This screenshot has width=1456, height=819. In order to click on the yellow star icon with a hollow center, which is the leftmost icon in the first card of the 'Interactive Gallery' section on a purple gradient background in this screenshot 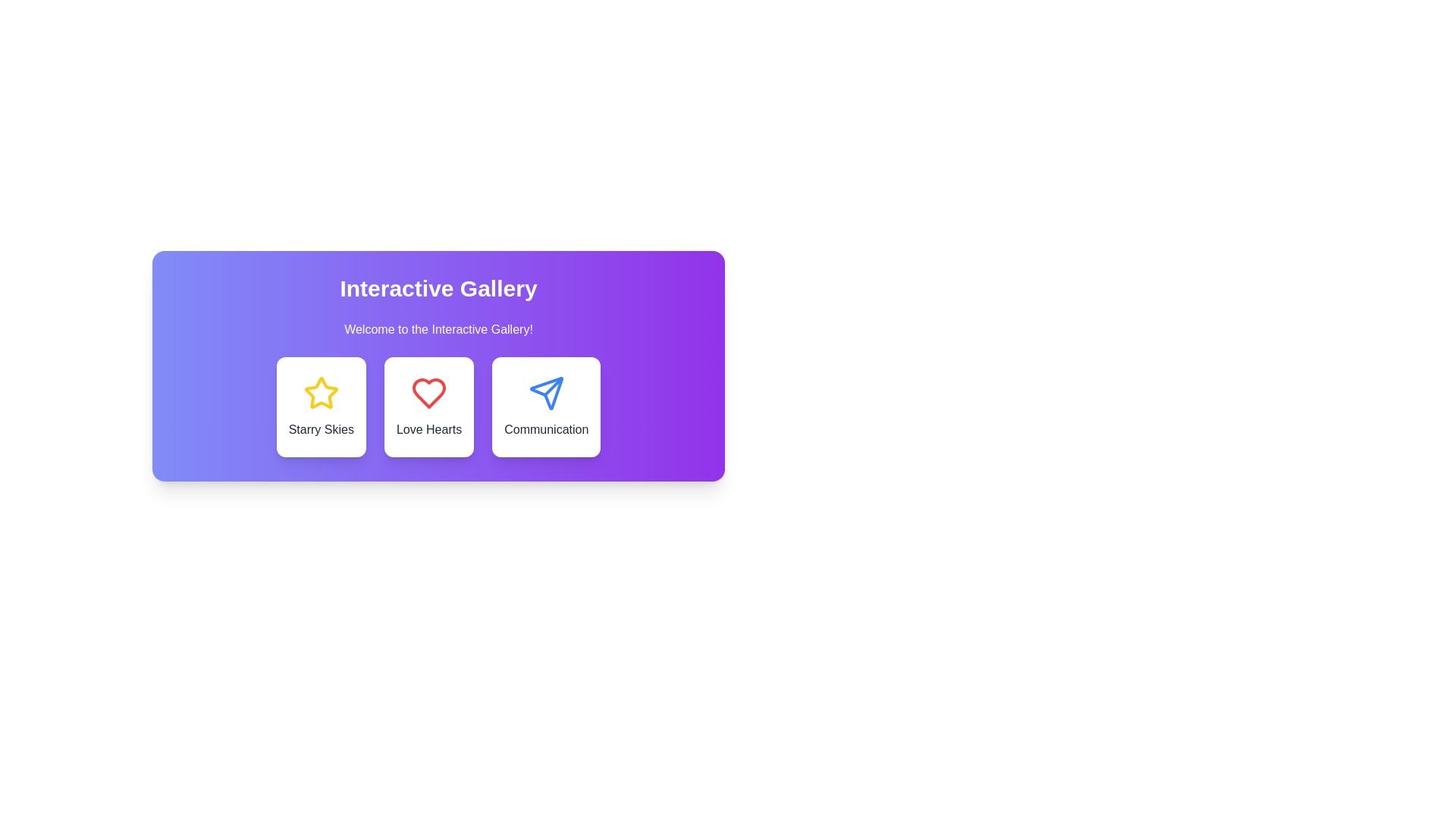, I will do `click(320, 392)`.